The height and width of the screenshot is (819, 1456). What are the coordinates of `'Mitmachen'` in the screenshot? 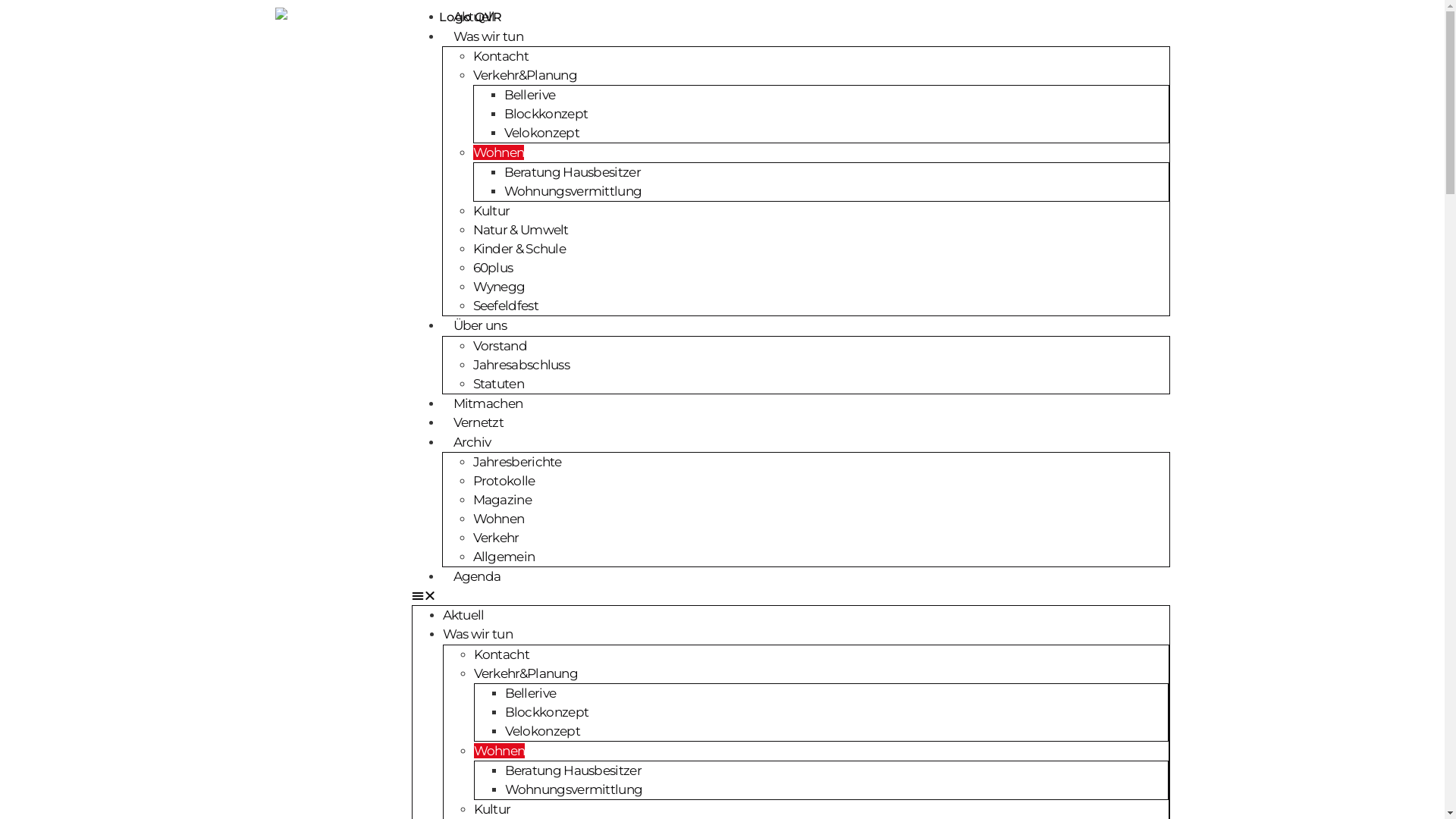 It's located at (488, 403).